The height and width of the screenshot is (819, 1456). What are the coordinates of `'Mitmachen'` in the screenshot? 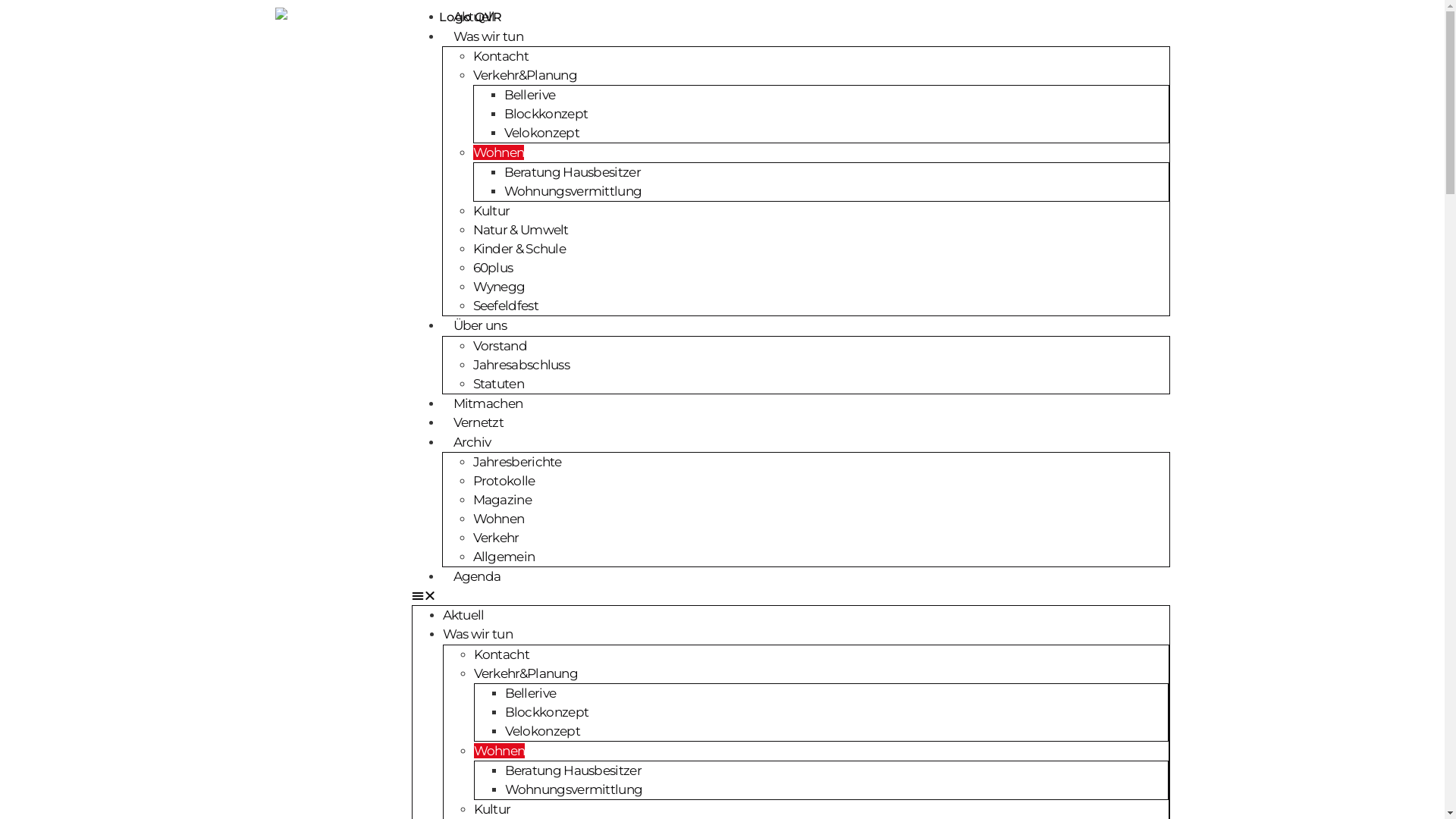 It's located at (488, 403).